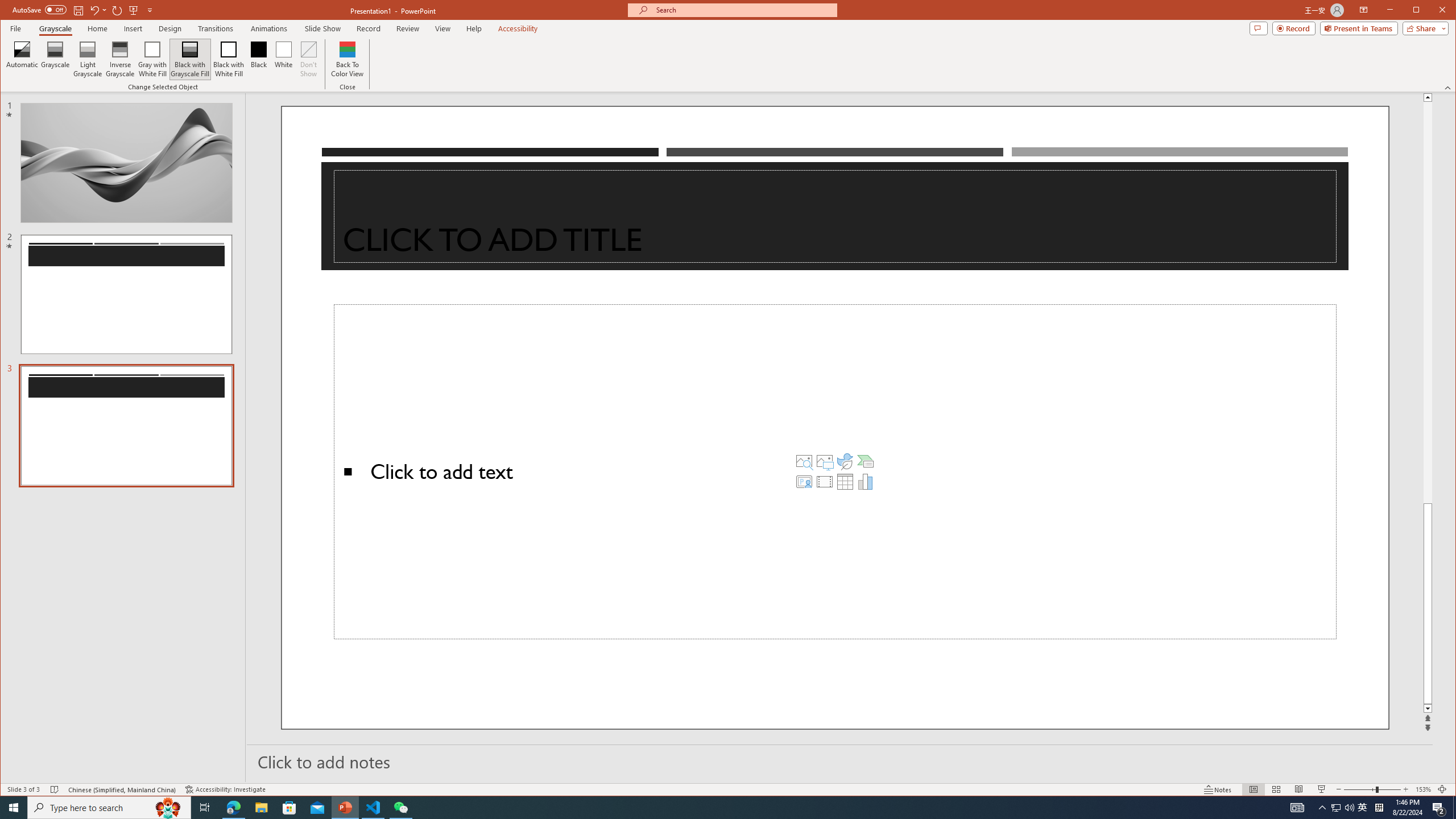 The height and width of the screenshot is (819, 1456). What do you see at coordinates (14, 806) in the screenshot?
I see `'Start'` at bounding box center [14, 806].